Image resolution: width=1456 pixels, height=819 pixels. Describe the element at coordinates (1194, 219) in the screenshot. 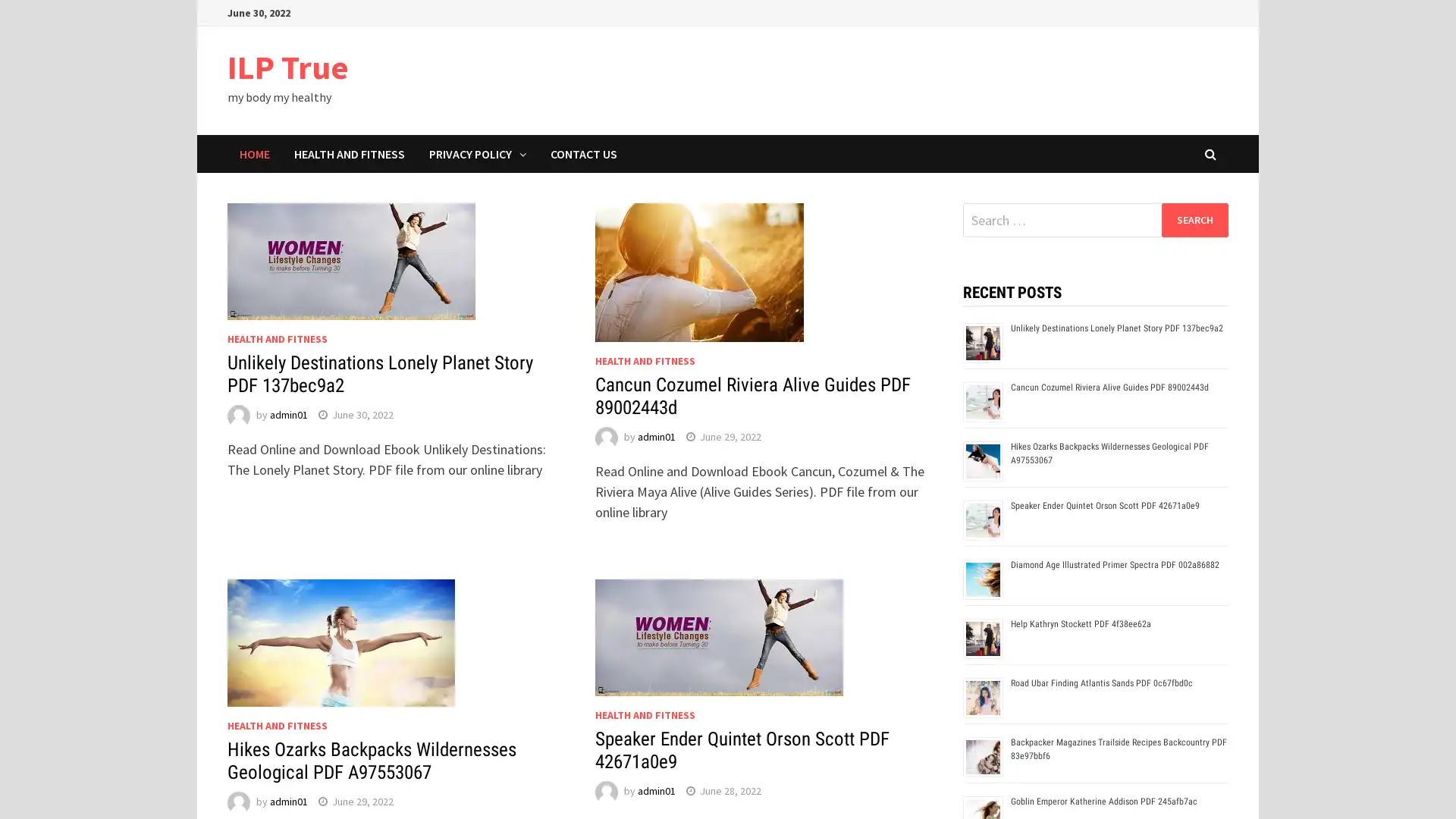

I see `Search` at that location.